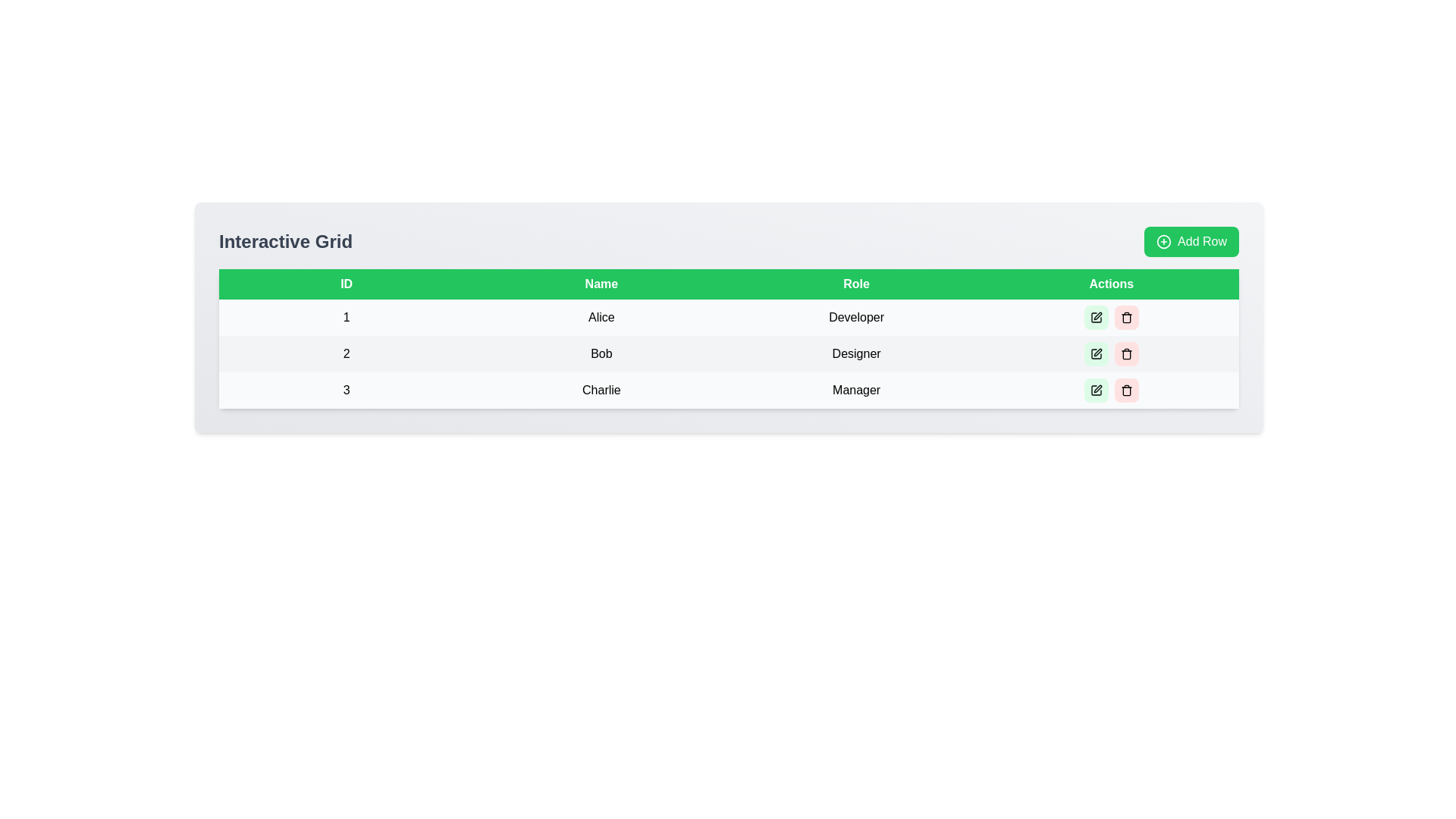 The width and height of the screenshot is (1456, 819). Describe the element at coordinates (1111, 353) in the screenshot. I see `the circular icon located between the edit and delete buttons in the 'Actions' column of the second row of the 'Interactive Grid', which corresponds to the 'Designer' role` at that location.